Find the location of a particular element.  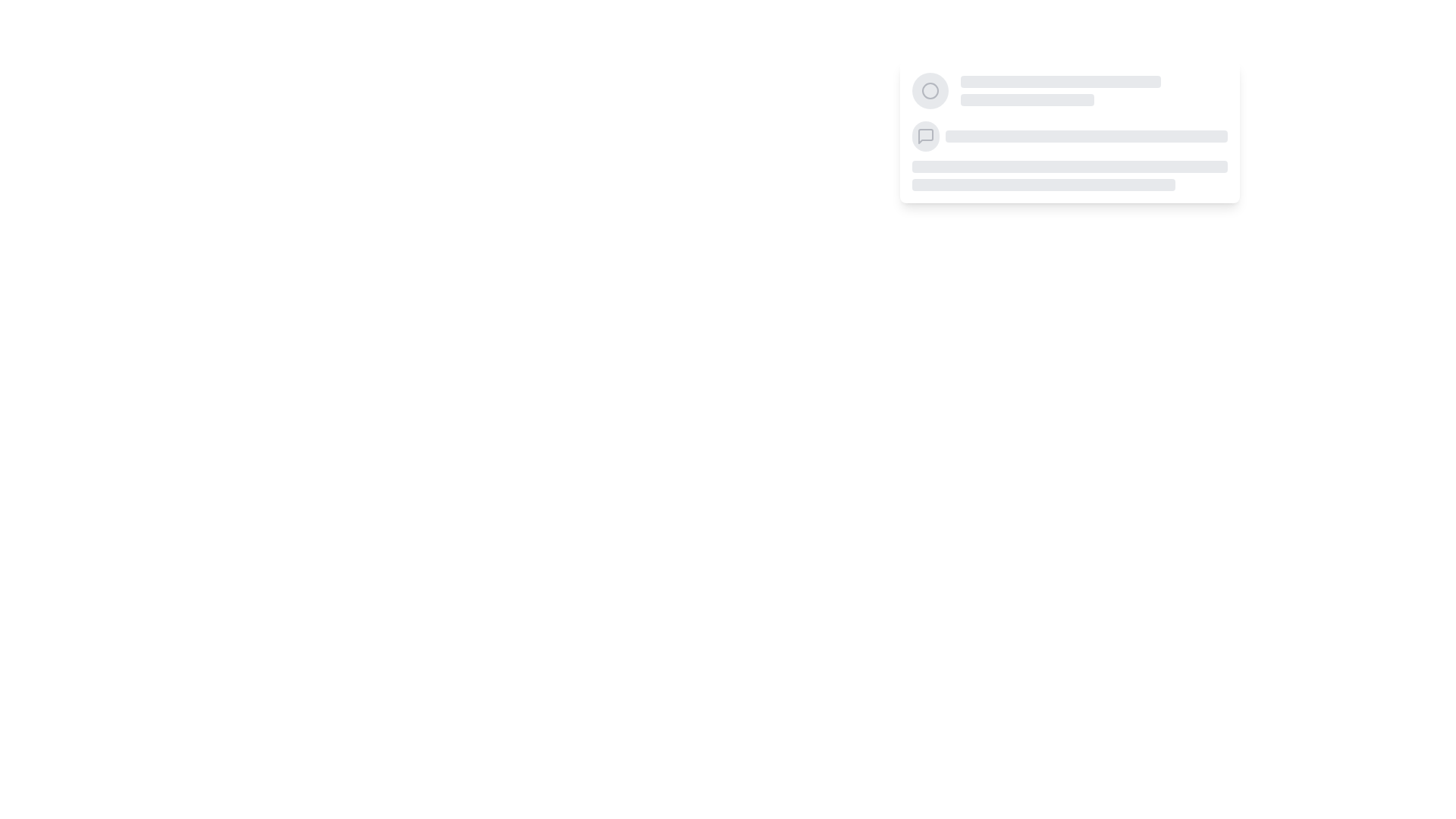

the comments or messages icon located in the upper-right portion of the card interface is located at coordinates (924, 136).